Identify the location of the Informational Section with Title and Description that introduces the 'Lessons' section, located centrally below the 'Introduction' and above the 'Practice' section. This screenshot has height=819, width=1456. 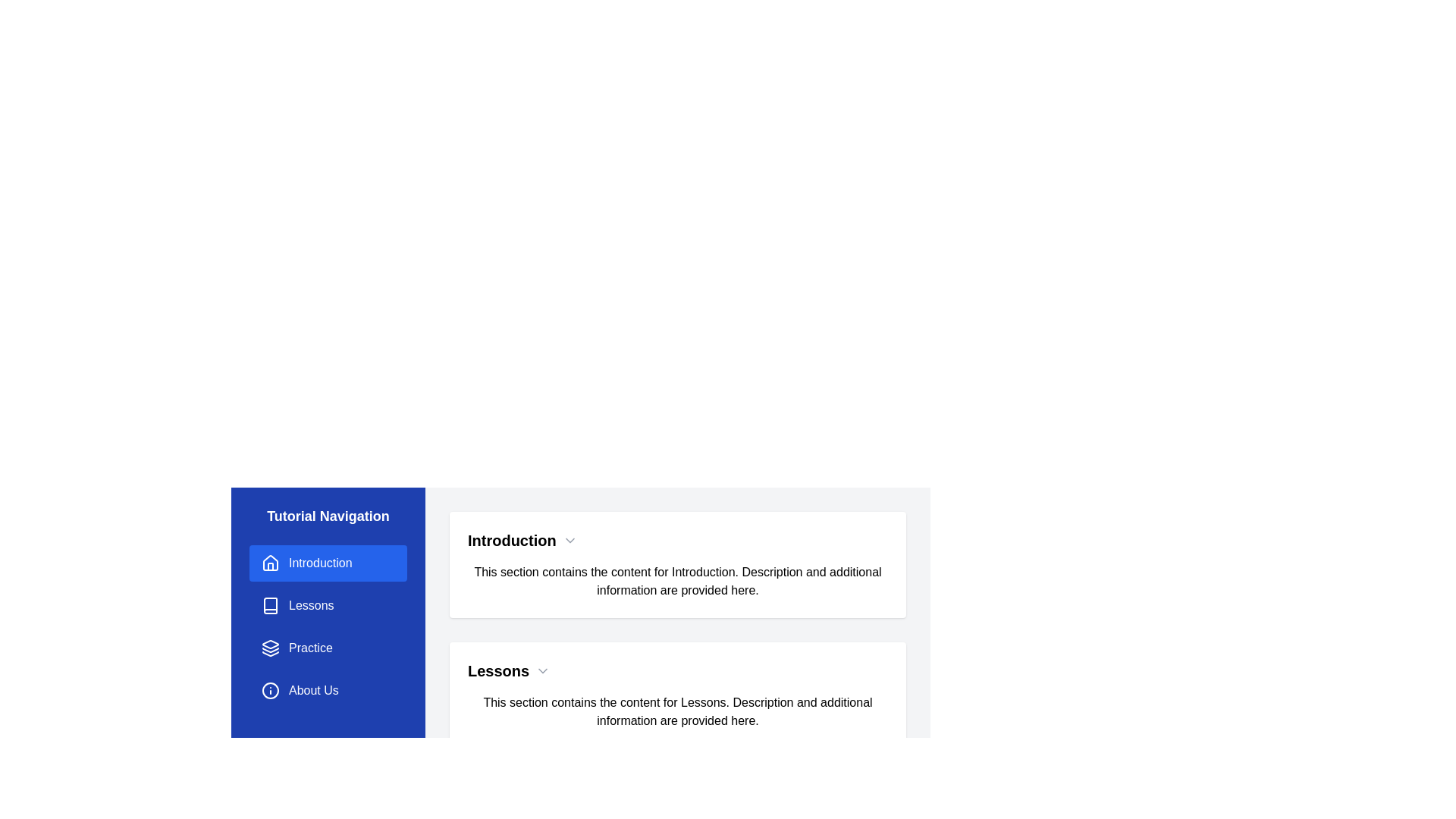
(676, 695).